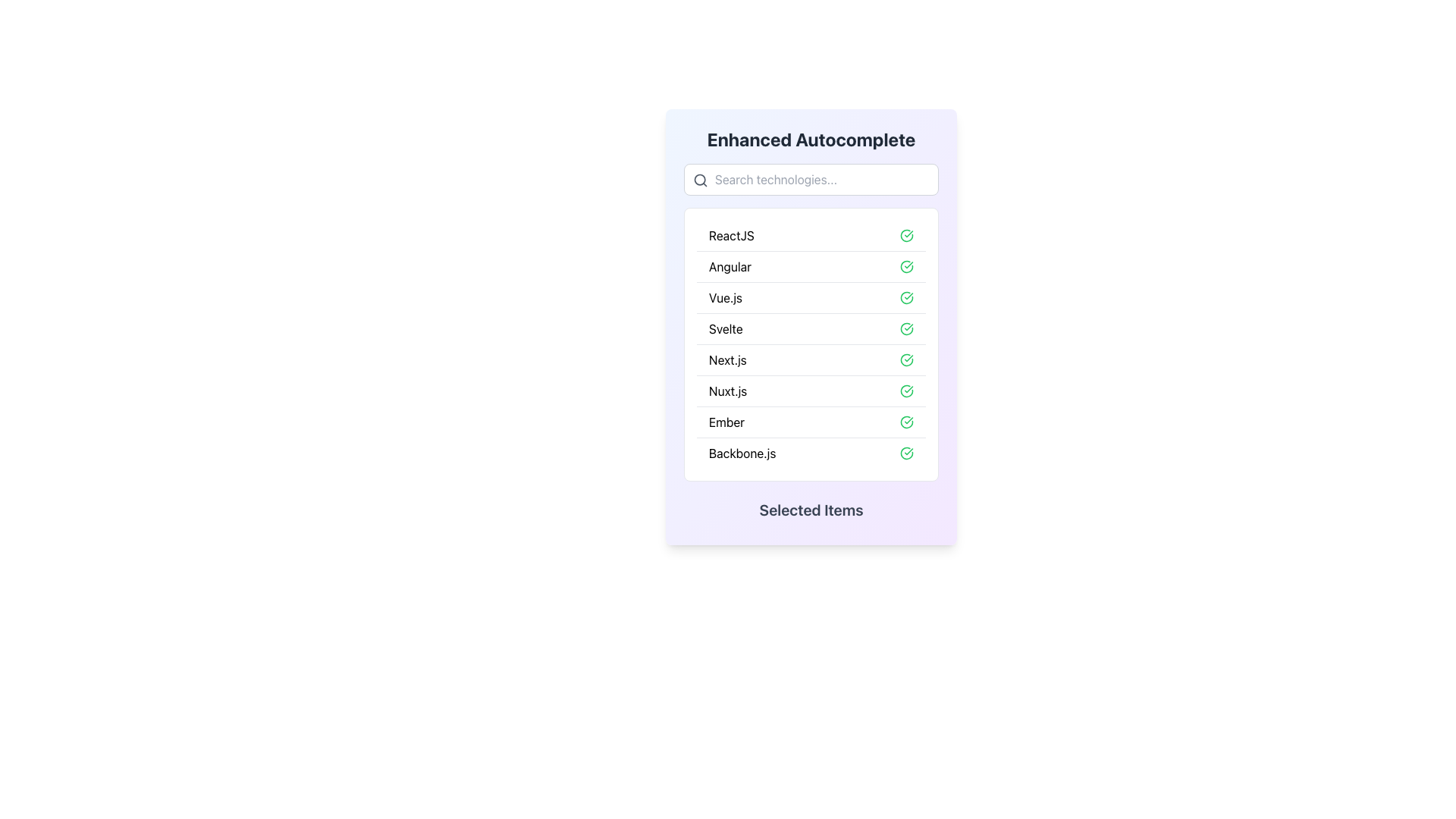  I want to click on the upper curved arc of the circular check symbol in the SVG graphic located to the left of the 'Backbone.js' text in the list, so click(906, 452).